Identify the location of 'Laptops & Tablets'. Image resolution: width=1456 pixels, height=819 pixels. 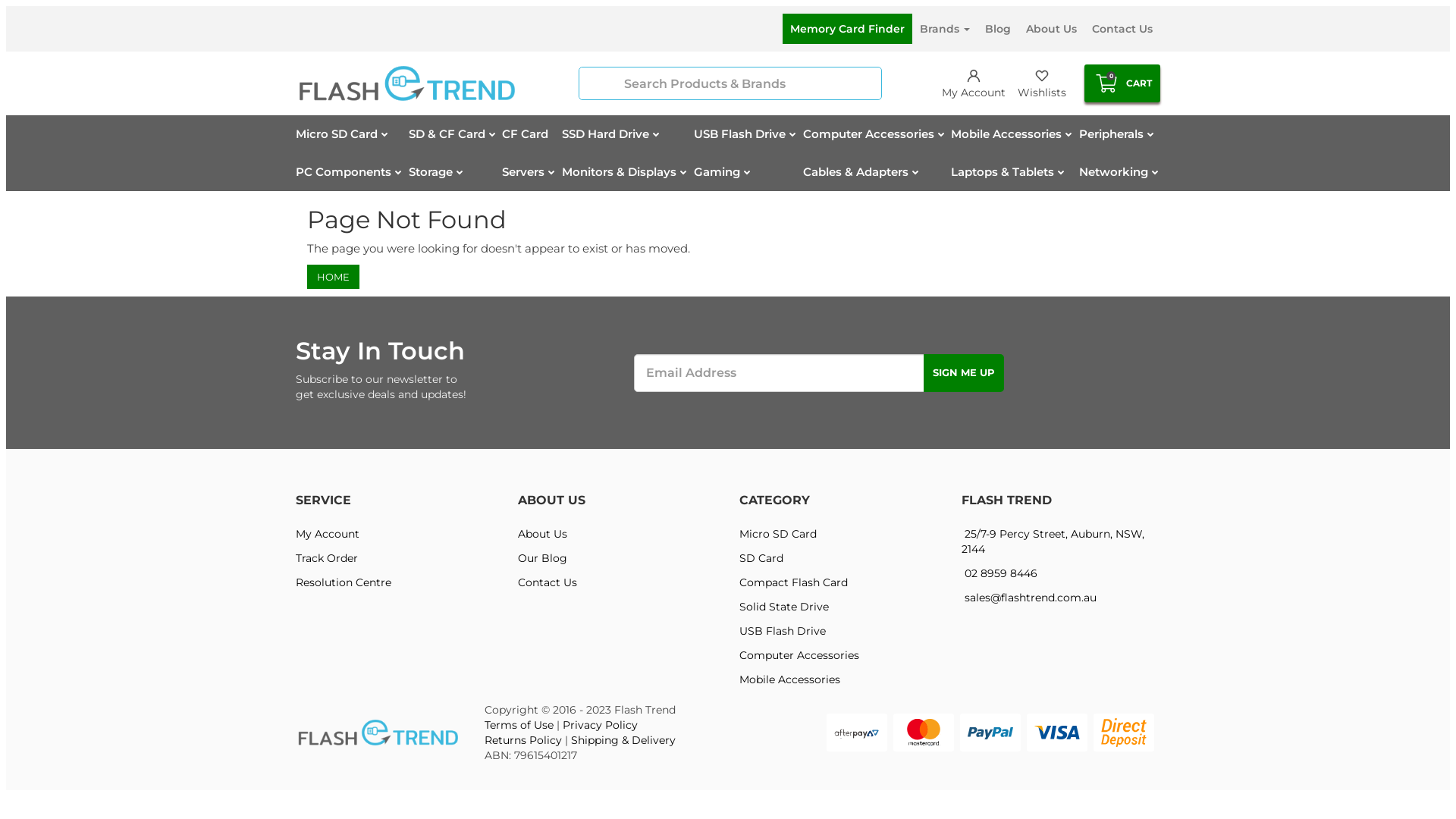
(1008, 171).